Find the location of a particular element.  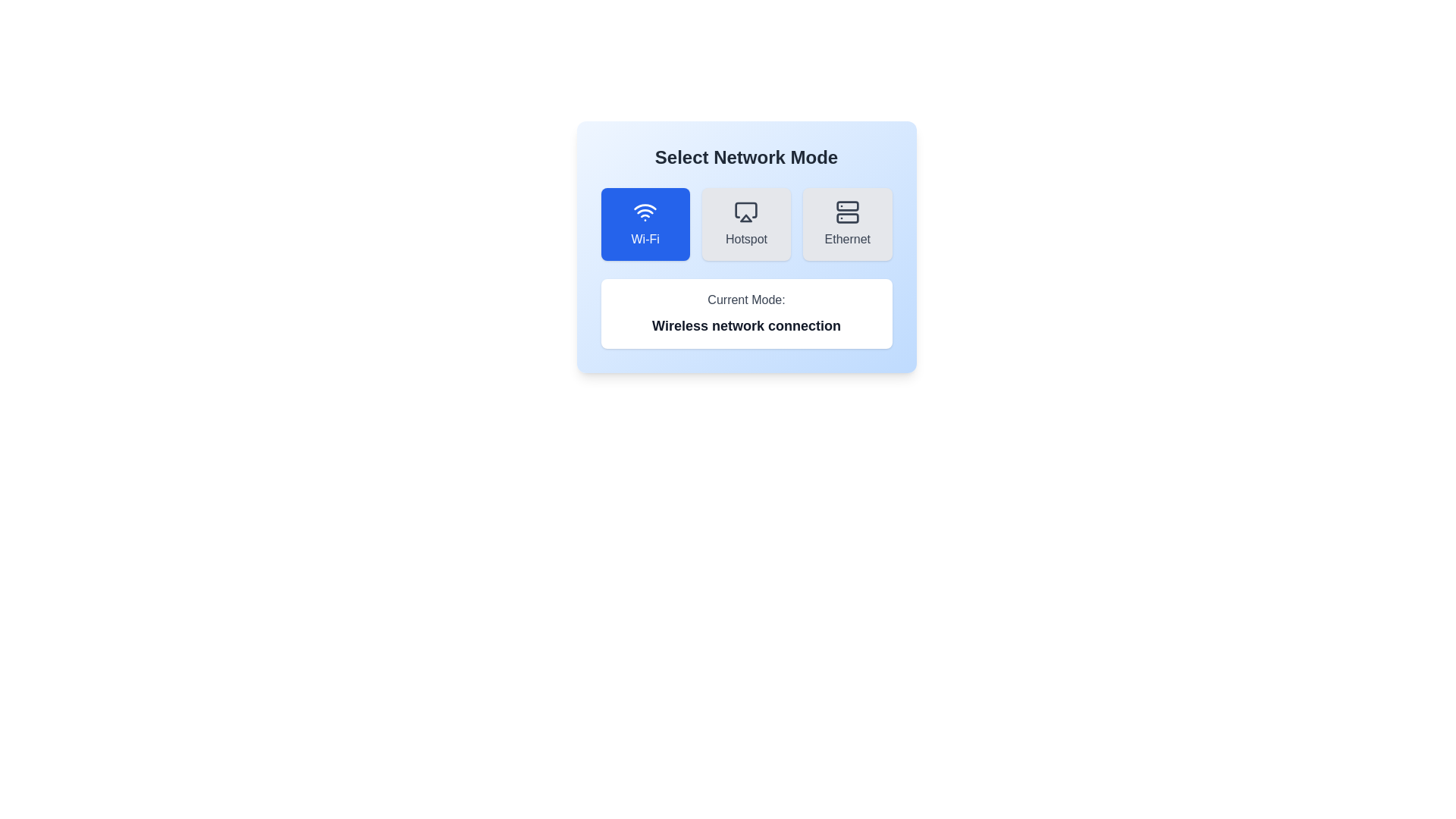

the text element displaying the current network mode description is located at coordinates (746, 325).